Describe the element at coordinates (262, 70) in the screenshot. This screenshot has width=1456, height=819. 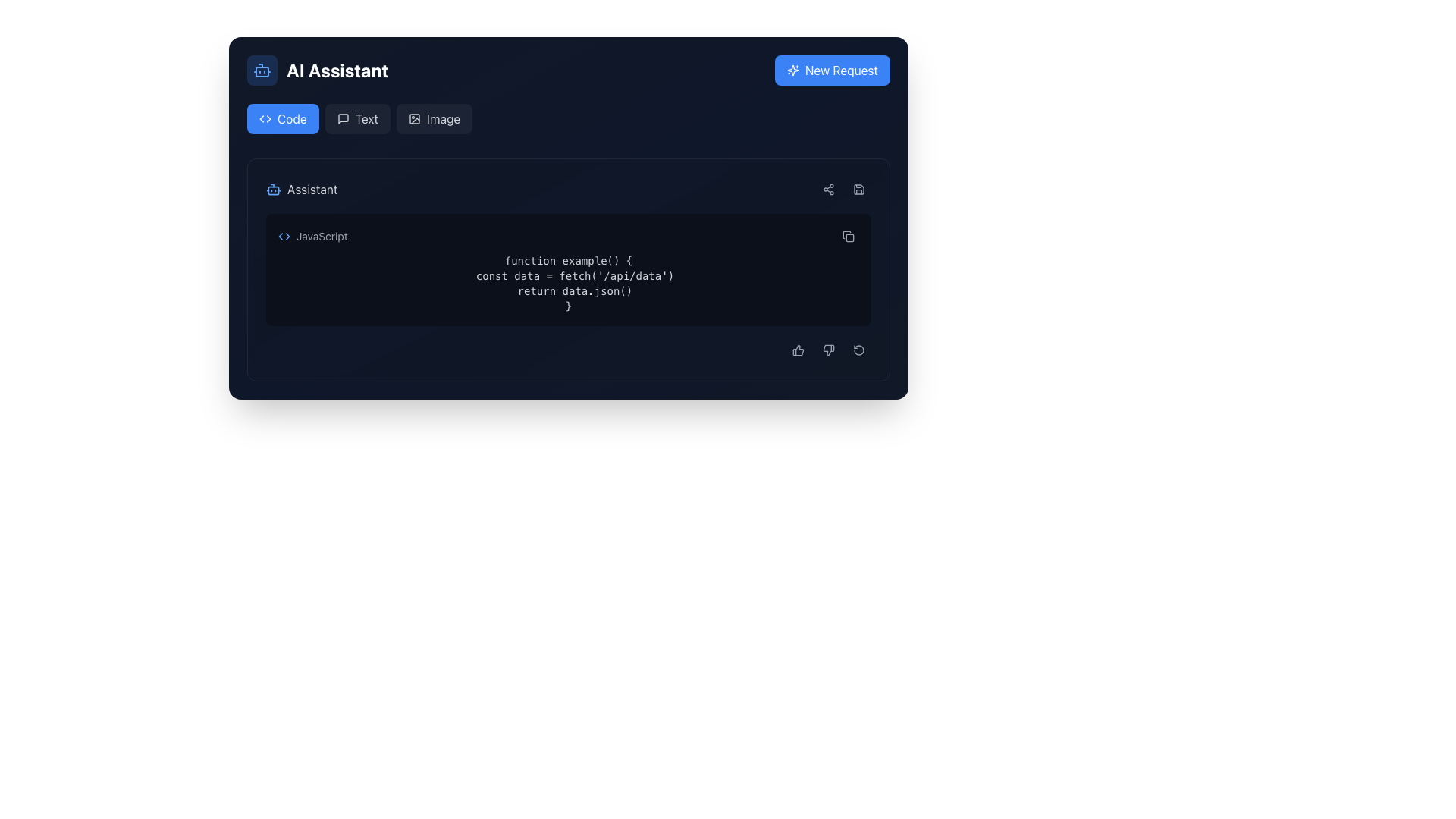
I see `the blue square Icon button with a rounded border and a robot head icon located near the top-left part of the interface` at that location.